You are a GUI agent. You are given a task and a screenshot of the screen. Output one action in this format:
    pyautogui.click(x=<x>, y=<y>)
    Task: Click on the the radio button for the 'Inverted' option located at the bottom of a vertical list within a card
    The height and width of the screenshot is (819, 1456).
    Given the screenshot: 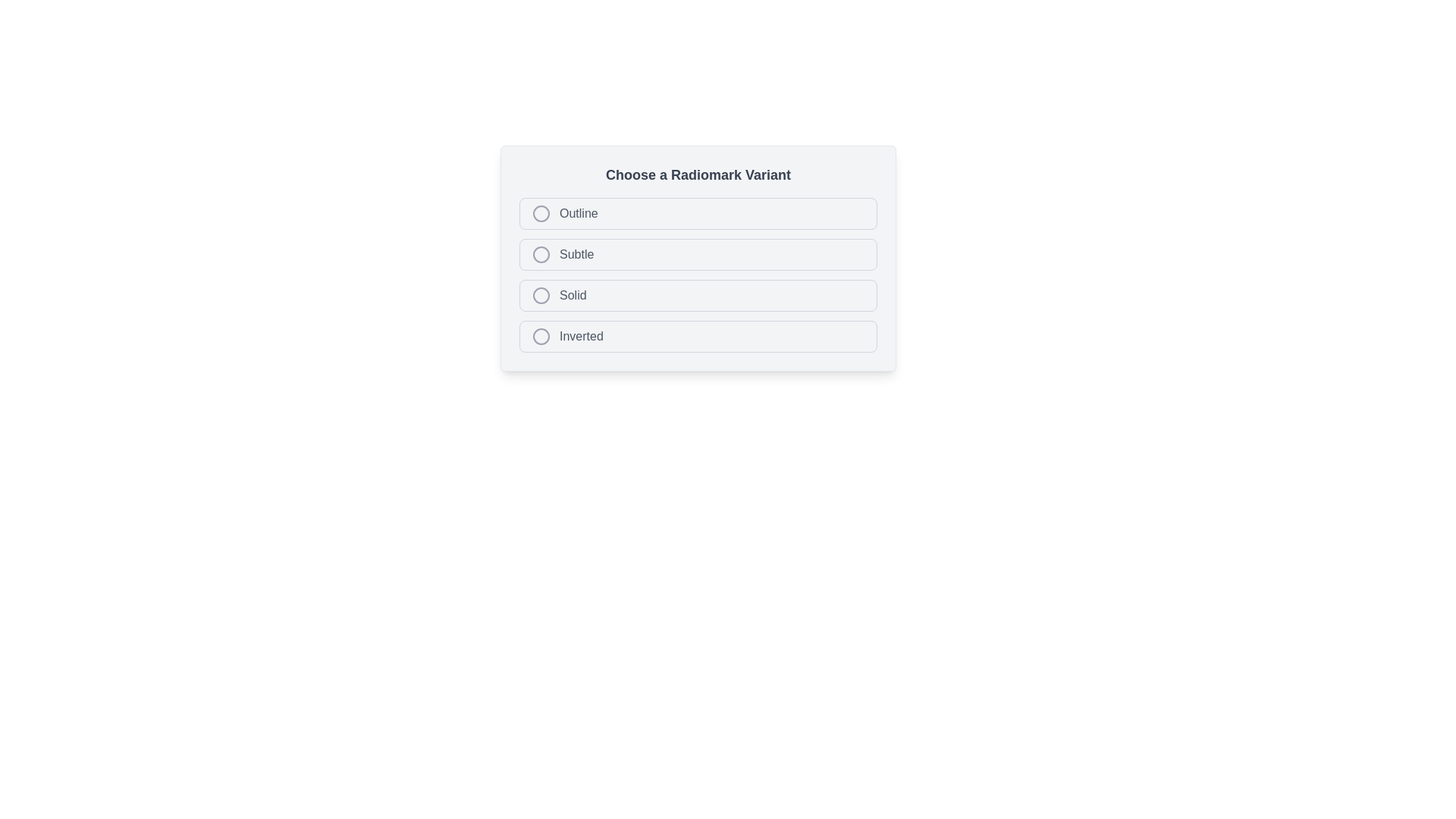 What is the action you would take?
    pyautogui.click(x=541, y=335)
    